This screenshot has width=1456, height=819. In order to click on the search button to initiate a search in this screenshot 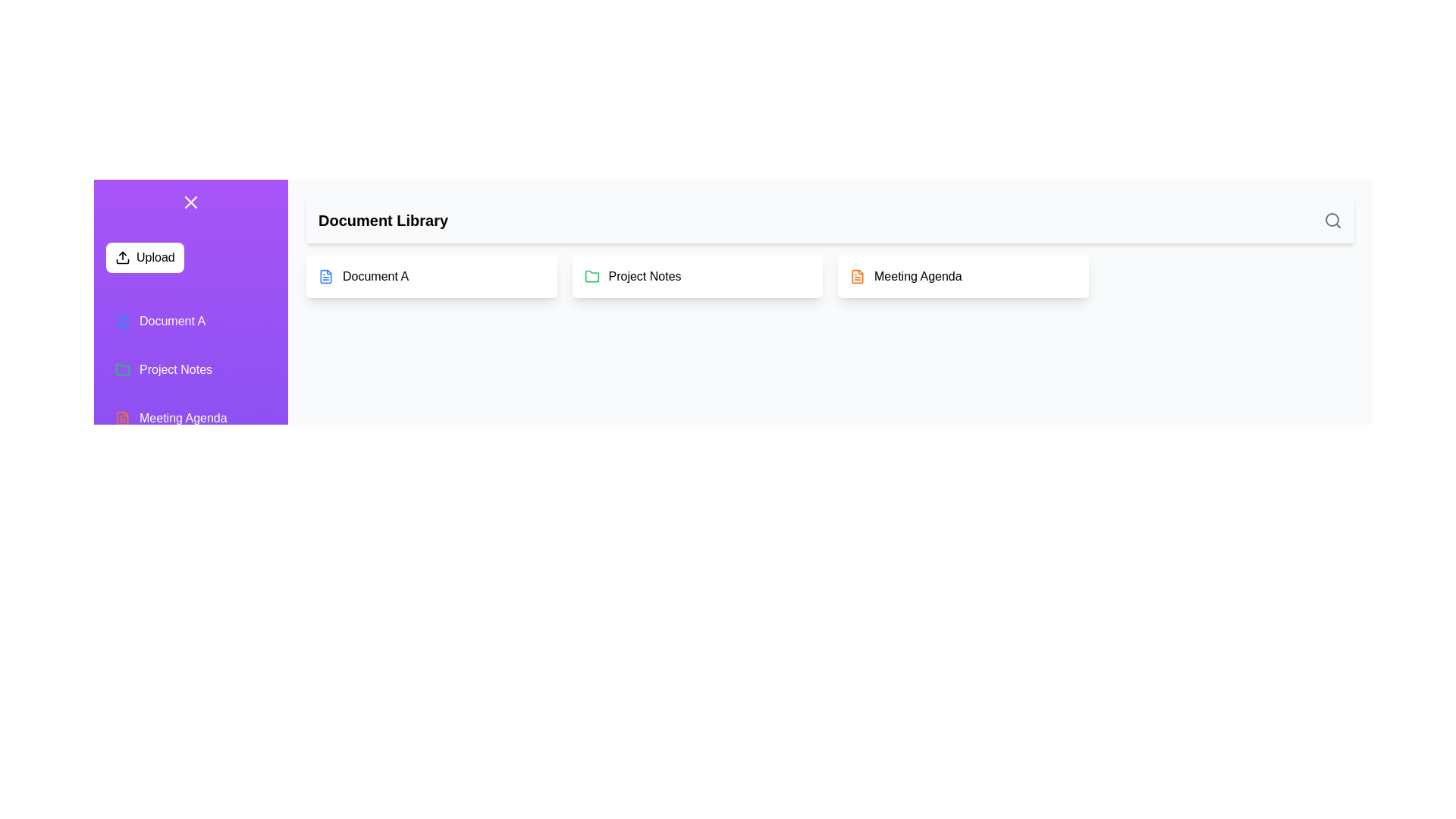, I will do `click(1332, 220)`.